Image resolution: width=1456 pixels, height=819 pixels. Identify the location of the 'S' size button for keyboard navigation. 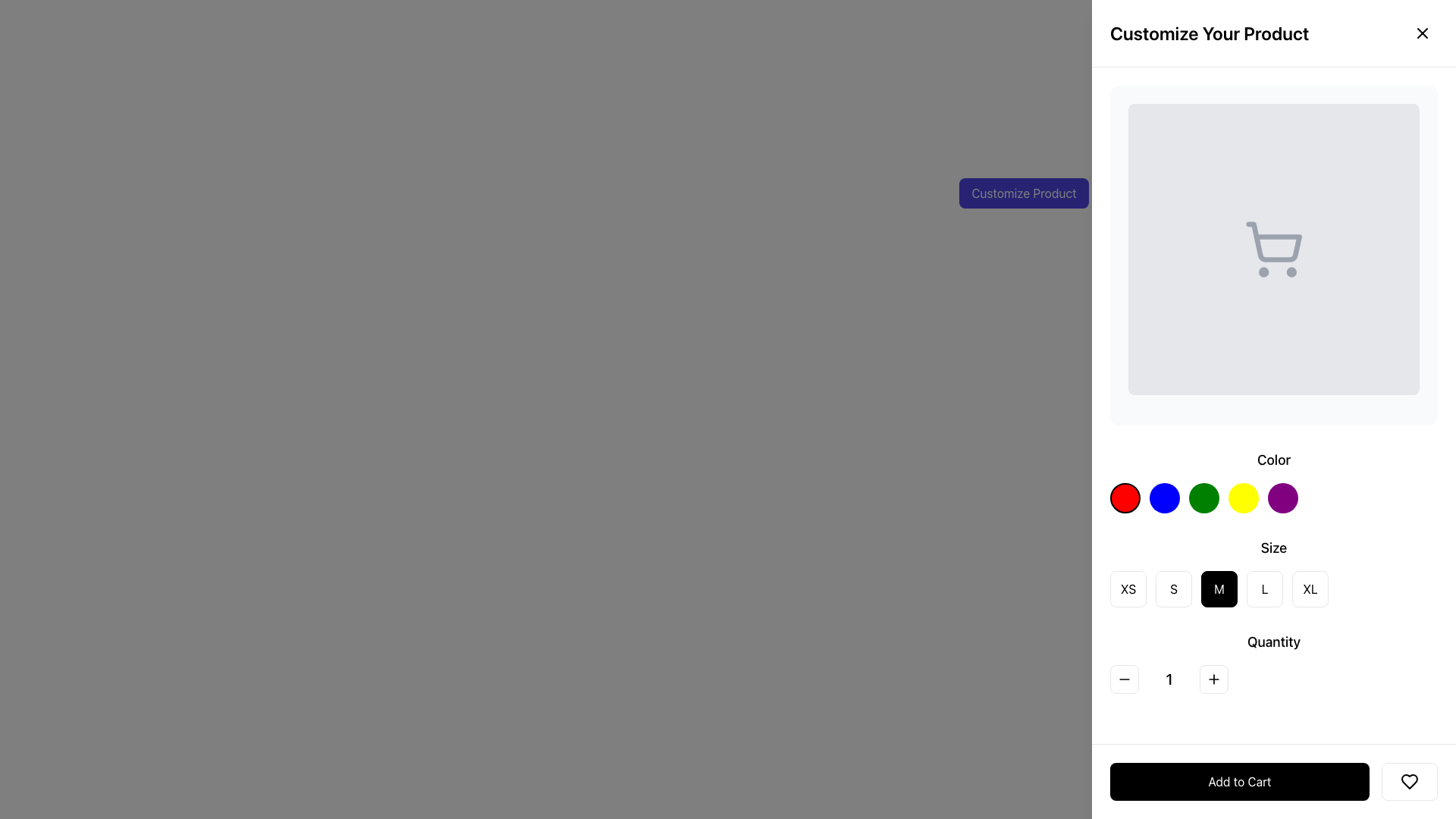
(1173, 588).